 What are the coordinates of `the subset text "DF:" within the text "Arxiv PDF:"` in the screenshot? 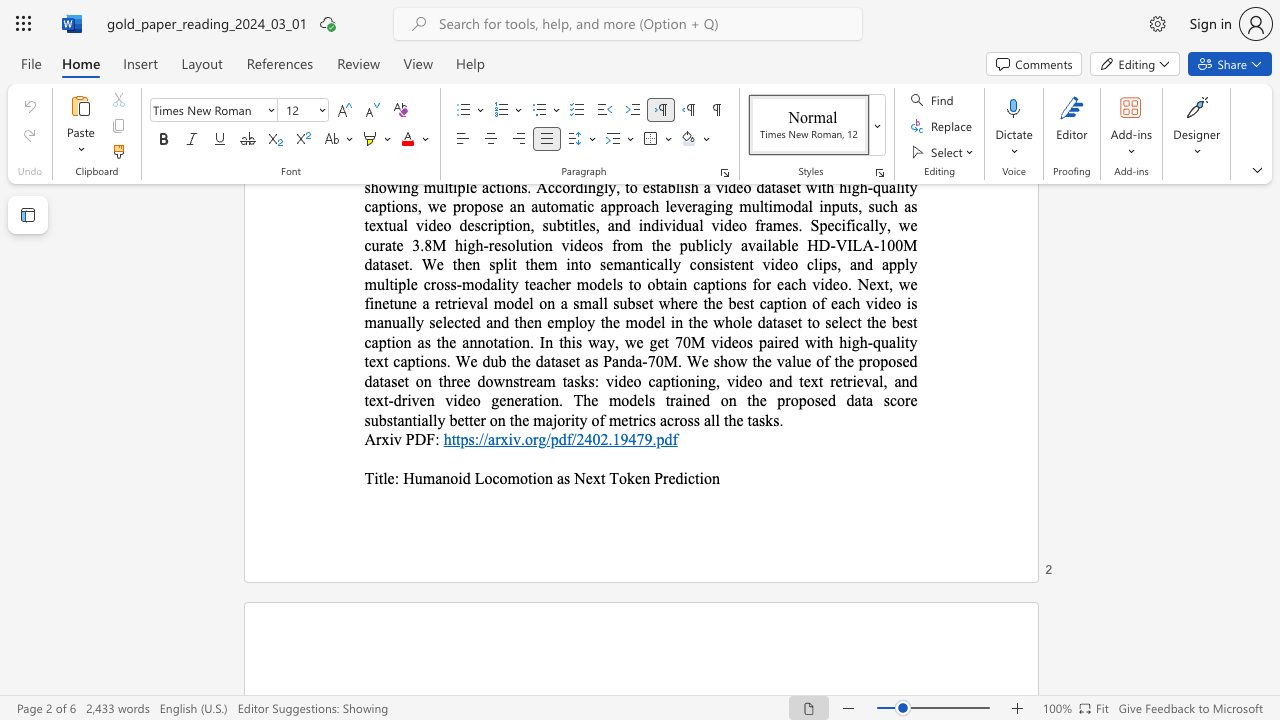 It's located at (413, 438).